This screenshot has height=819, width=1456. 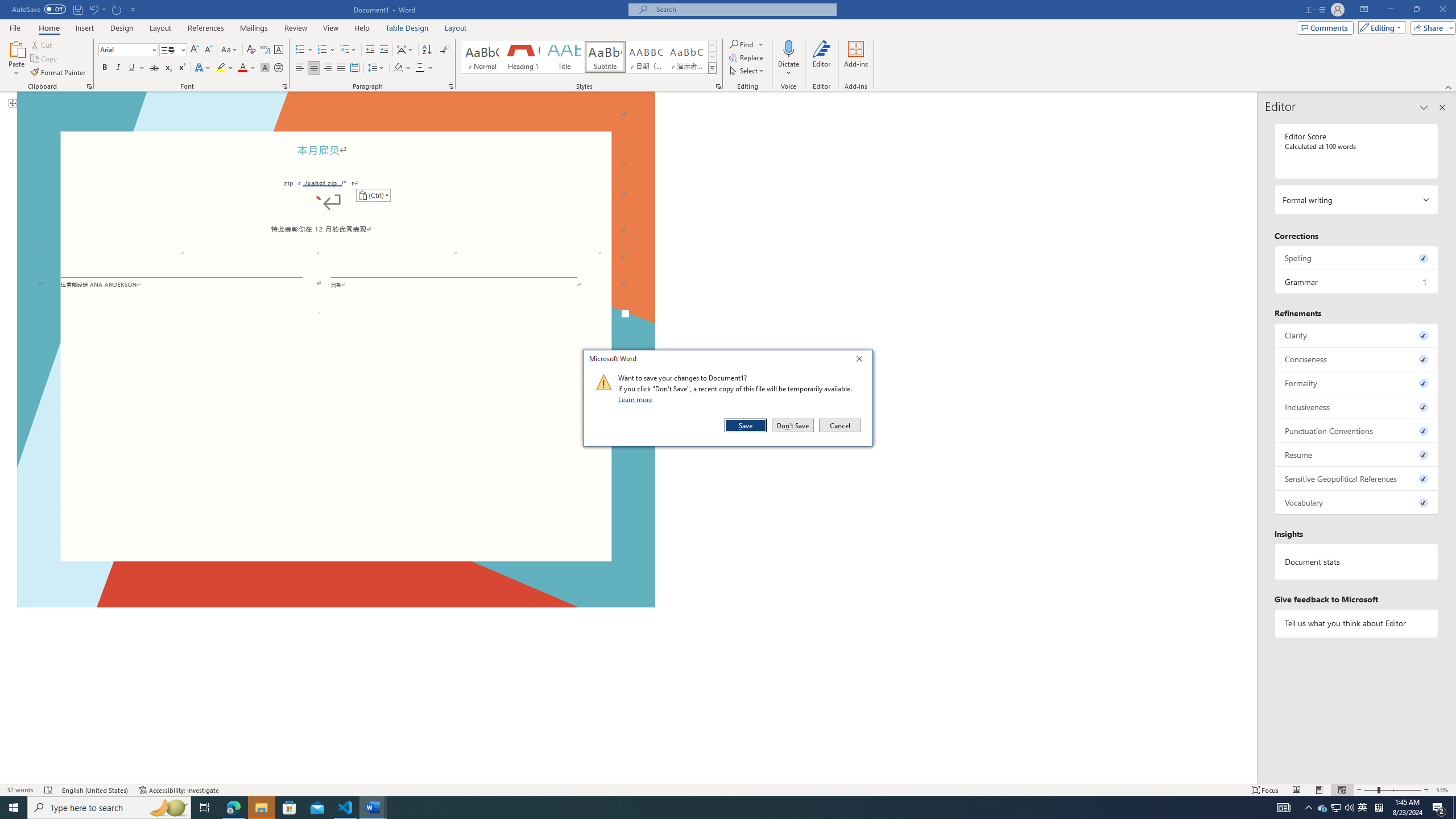 I want to click on 'Design', so click(x=122, y=28).